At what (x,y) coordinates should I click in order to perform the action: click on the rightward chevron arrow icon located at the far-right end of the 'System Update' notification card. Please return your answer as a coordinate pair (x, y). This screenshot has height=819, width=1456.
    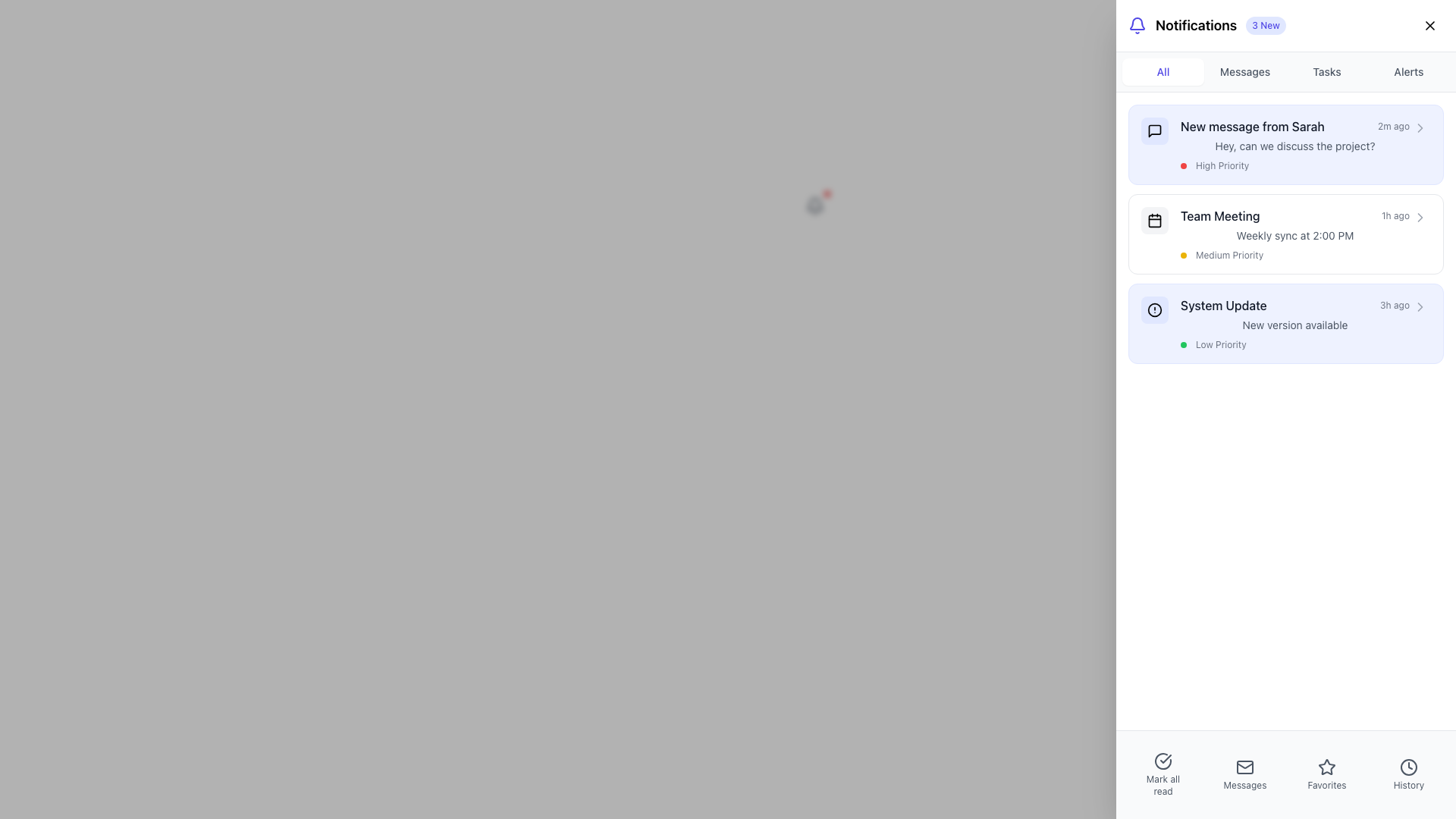
    Looking at the image, I should click on (1419, 217).